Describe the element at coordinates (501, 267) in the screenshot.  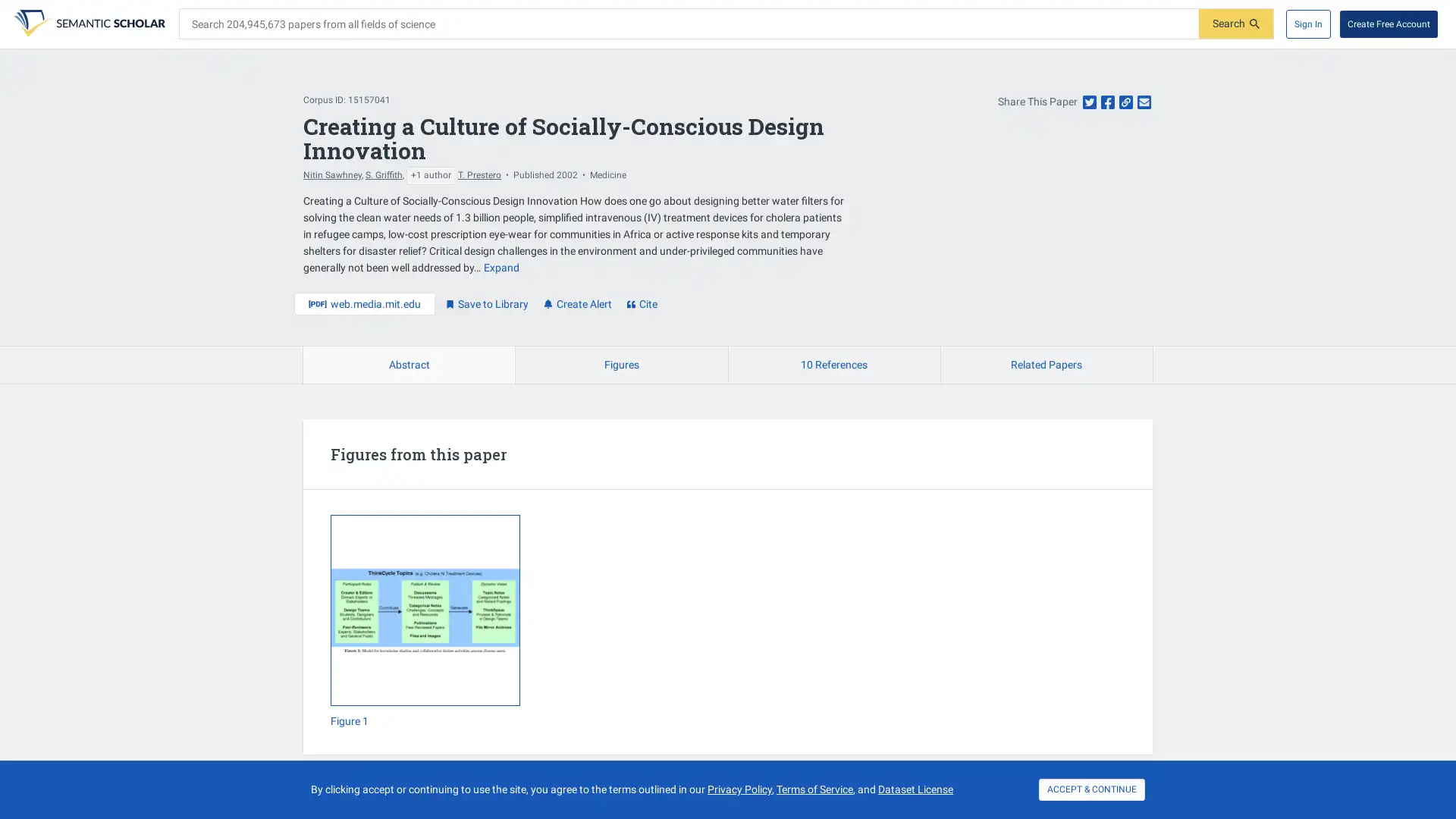
I see `Expand truncated text` at that location.